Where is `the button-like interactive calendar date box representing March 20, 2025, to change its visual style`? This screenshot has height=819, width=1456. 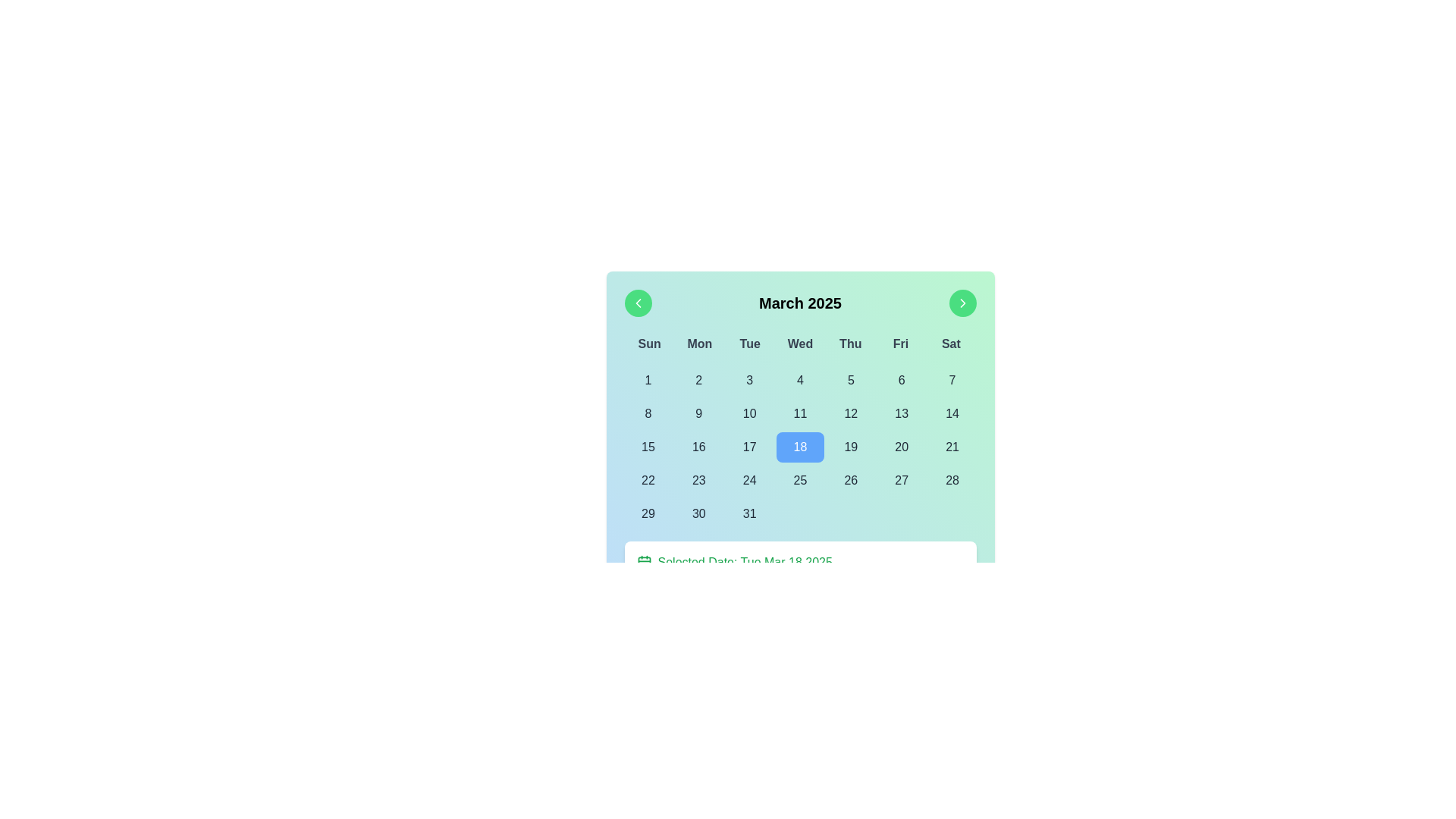 the button-like interactive calendar date box representing March 20, 2025, to change its visual style is located at coordinates (902, 447).